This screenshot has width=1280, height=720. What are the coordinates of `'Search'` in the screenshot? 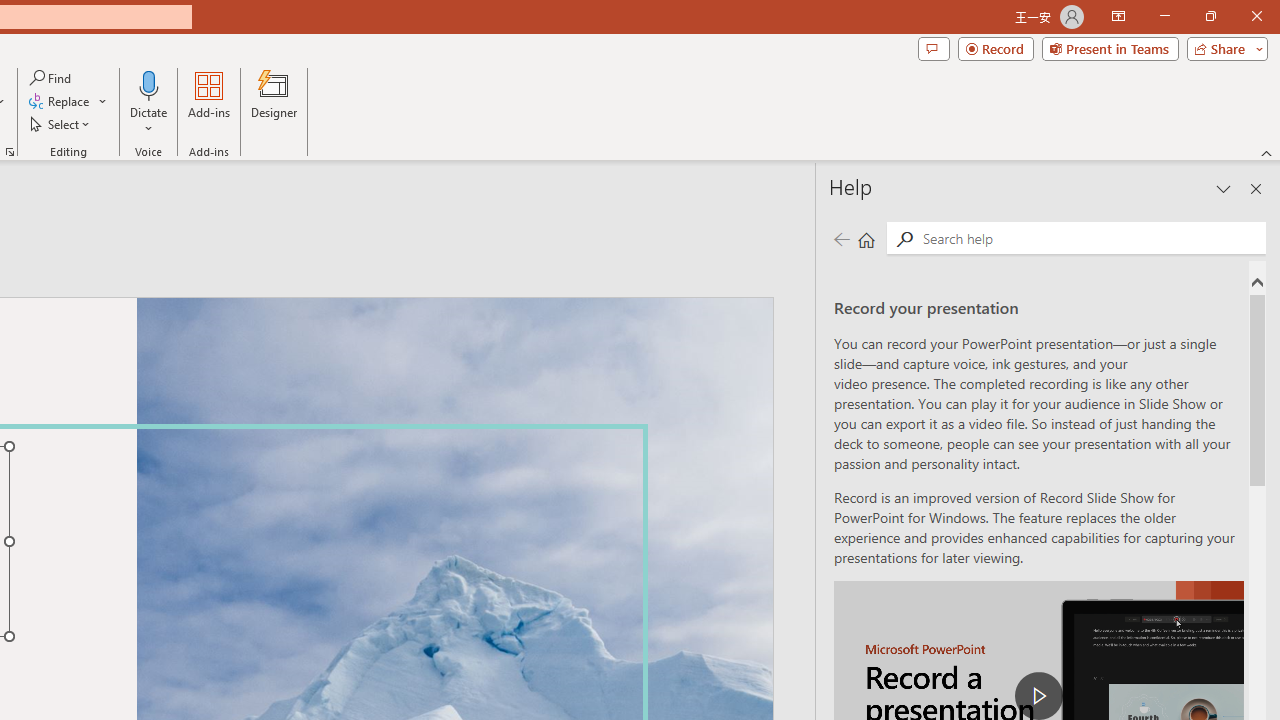 It's located at (903, 238).